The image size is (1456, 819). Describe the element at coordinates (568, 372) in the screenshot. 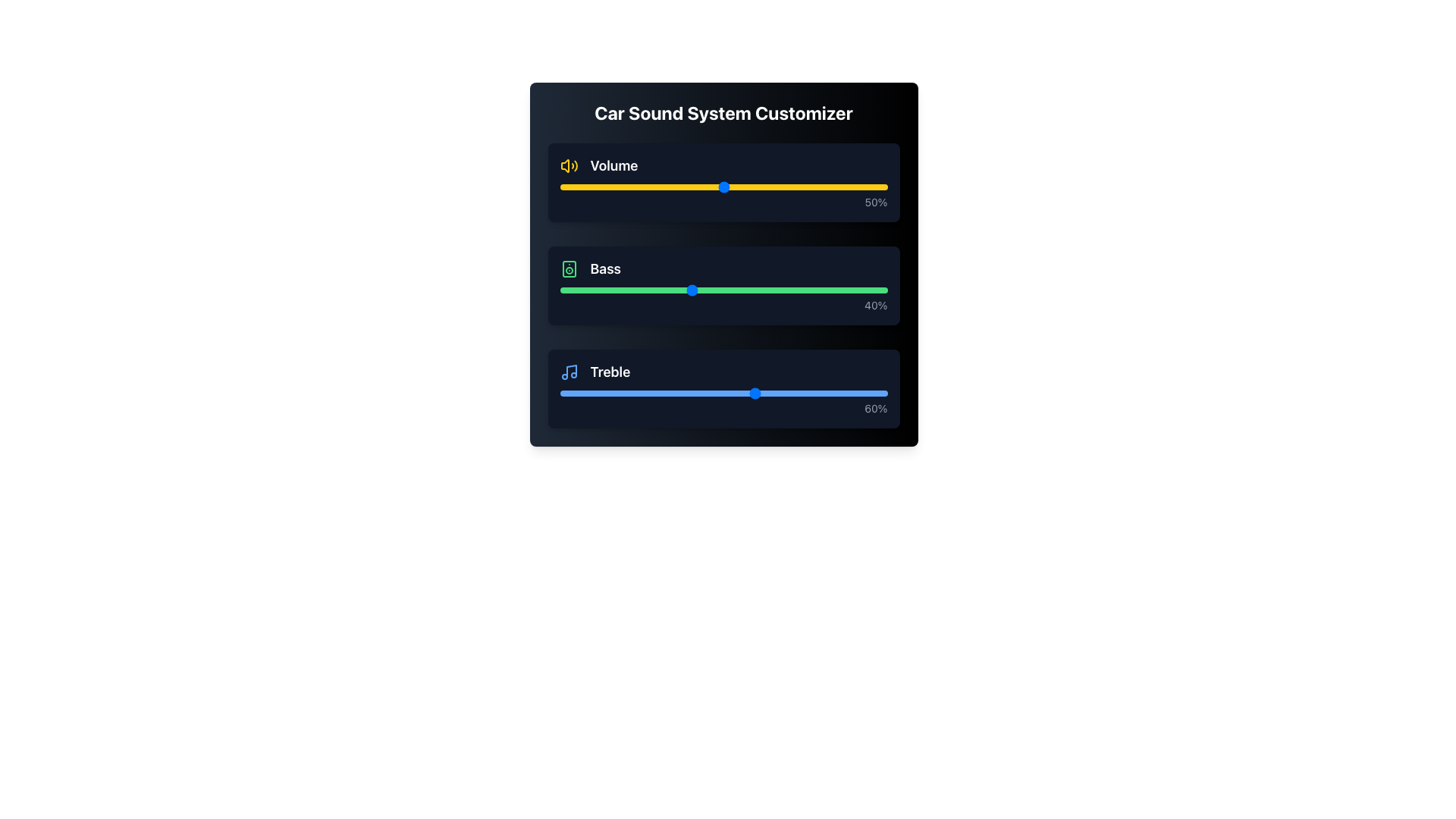

I see `the musical note icon styled with blue hues, located to the left of the 'Treble' label in the 'Car Sound System Customizer' UI` at that location.